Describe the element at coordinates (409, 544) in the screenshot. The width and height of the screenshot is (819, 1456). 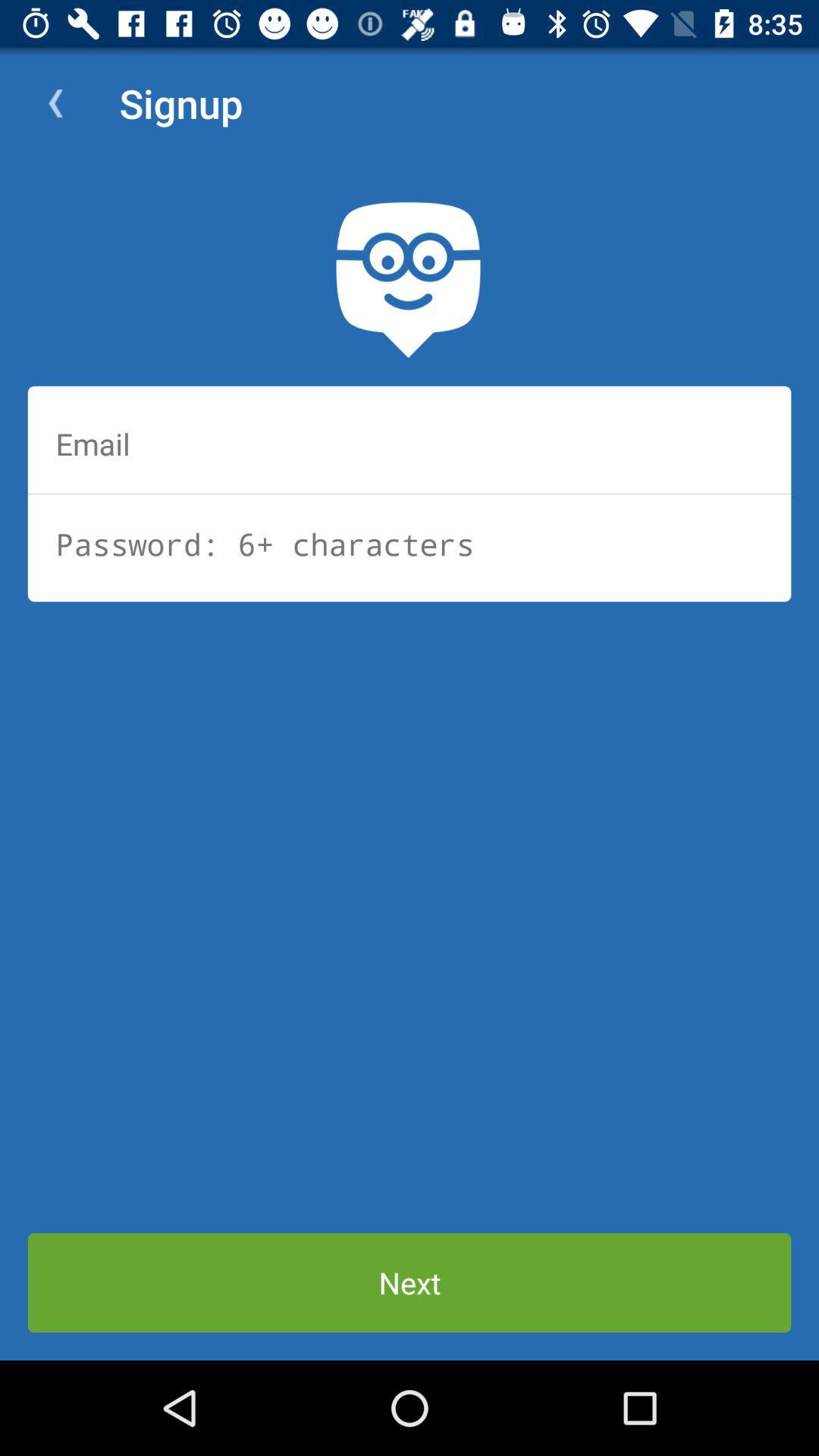
I see `password of 6+ characters` at that location.